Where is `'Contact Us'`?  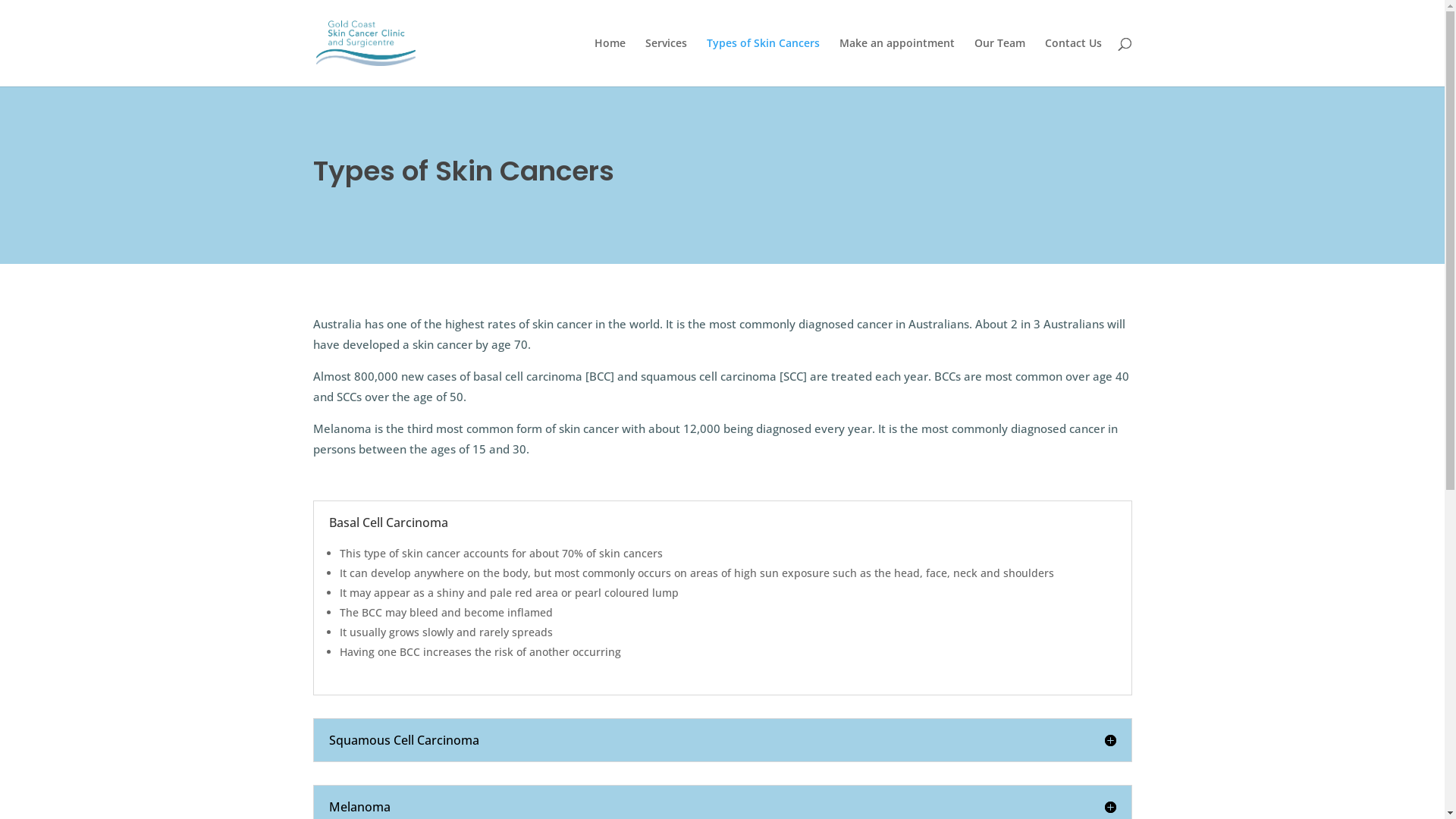
'Contact Us' is located at coordinates (1072, 61).